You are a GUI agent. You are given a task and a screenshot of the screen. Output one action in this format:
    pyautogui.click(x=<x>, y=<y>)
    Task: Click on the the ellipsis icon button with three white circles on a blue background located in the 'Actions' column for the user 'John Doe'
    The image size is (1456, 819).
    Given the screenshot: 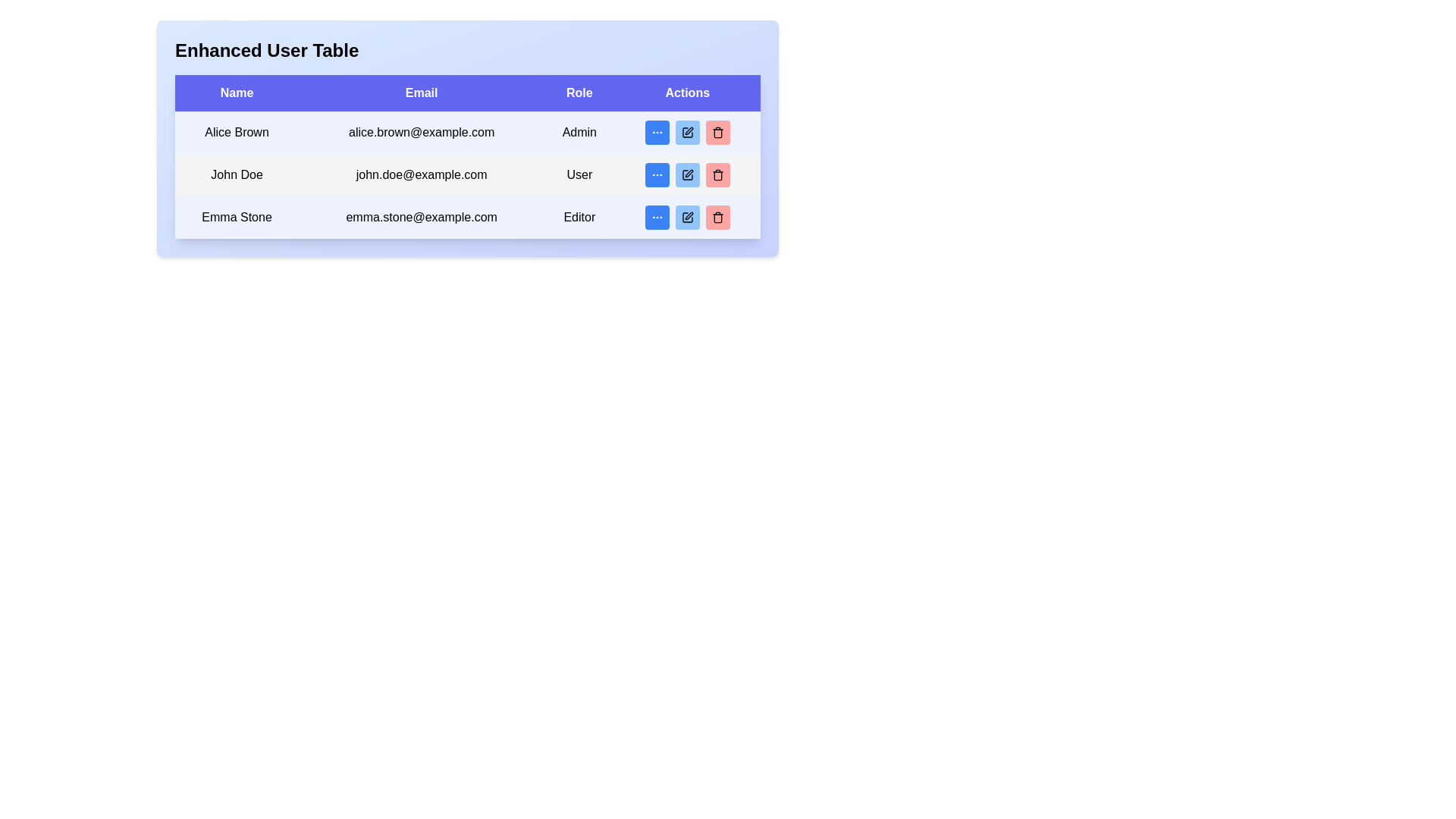 What is the action you would take?
    pyautogui.click(x=657, y=174)
    